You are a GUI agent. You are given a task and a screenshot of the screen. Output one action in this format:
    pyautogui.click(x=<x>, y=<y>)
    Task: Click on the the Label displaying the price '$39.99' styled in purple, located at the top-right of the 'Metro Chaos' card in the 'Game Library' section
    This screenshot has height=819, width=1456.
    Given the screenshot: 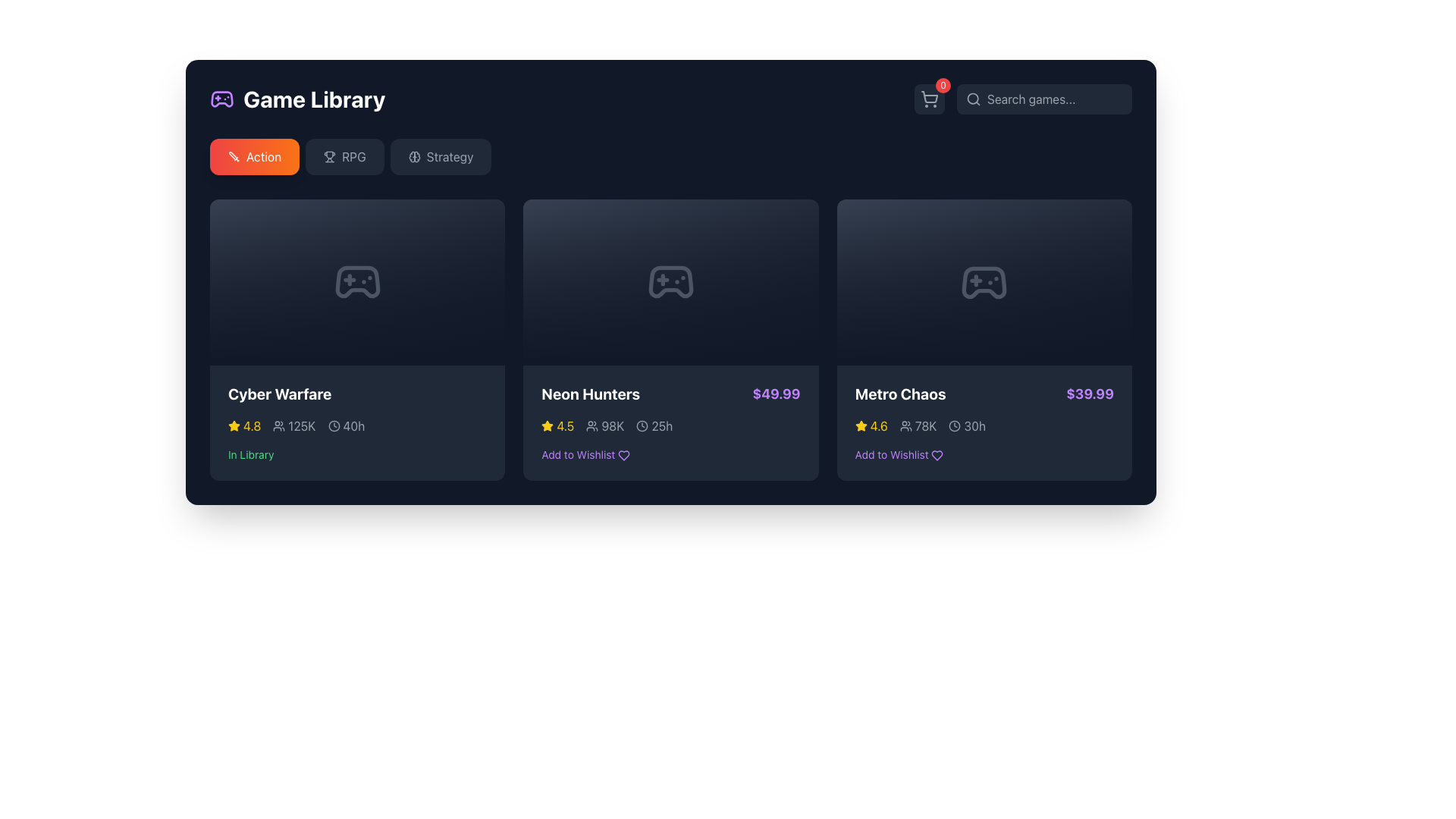 What is the action you would take?
    pyautogui.click(x=1089, y=394)
    